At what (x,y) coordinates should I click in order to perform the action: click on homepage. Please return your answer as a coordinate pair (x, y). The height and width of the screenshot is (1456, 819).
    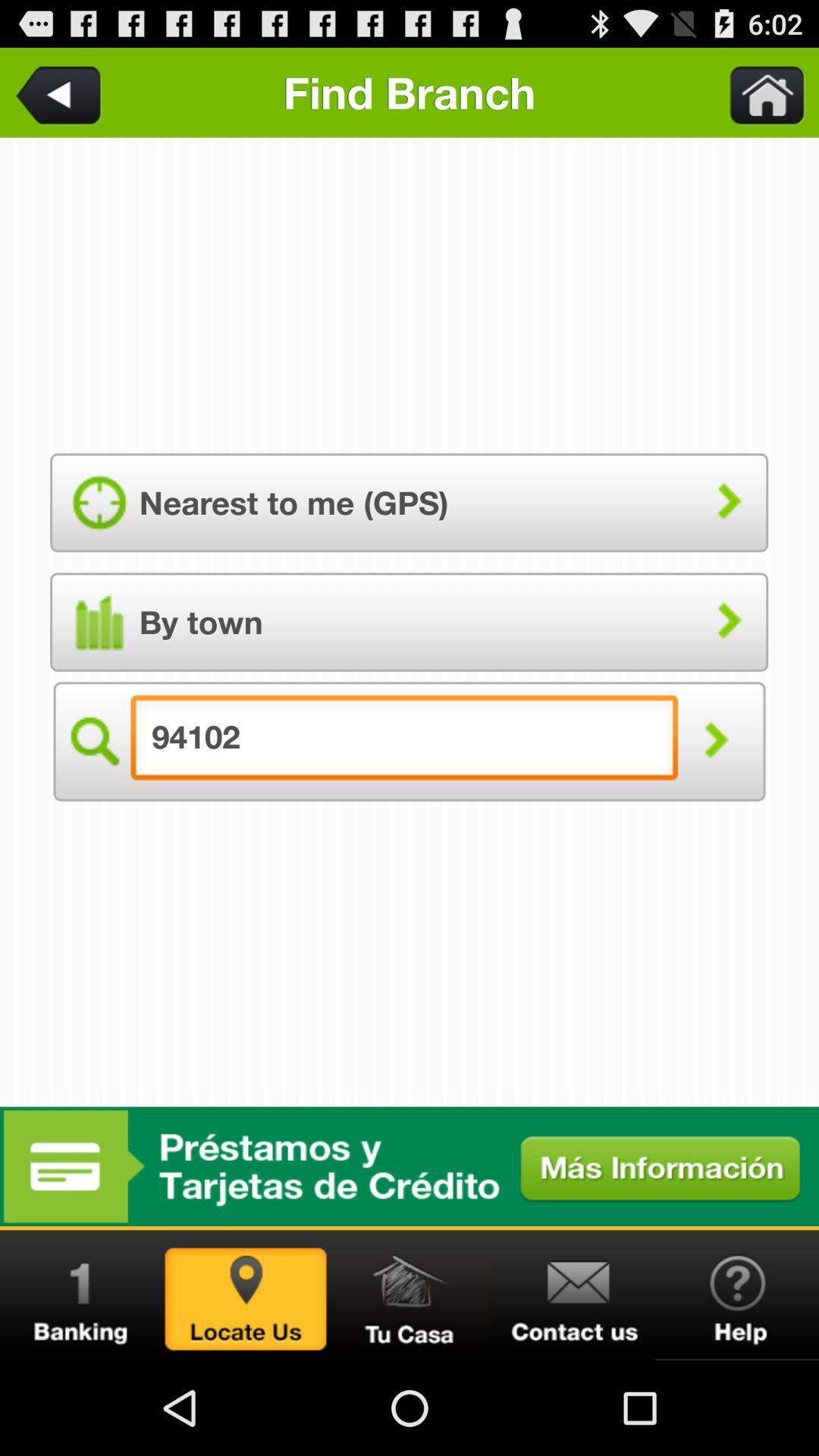
    Looking at the image, I should click on (409, 1294).